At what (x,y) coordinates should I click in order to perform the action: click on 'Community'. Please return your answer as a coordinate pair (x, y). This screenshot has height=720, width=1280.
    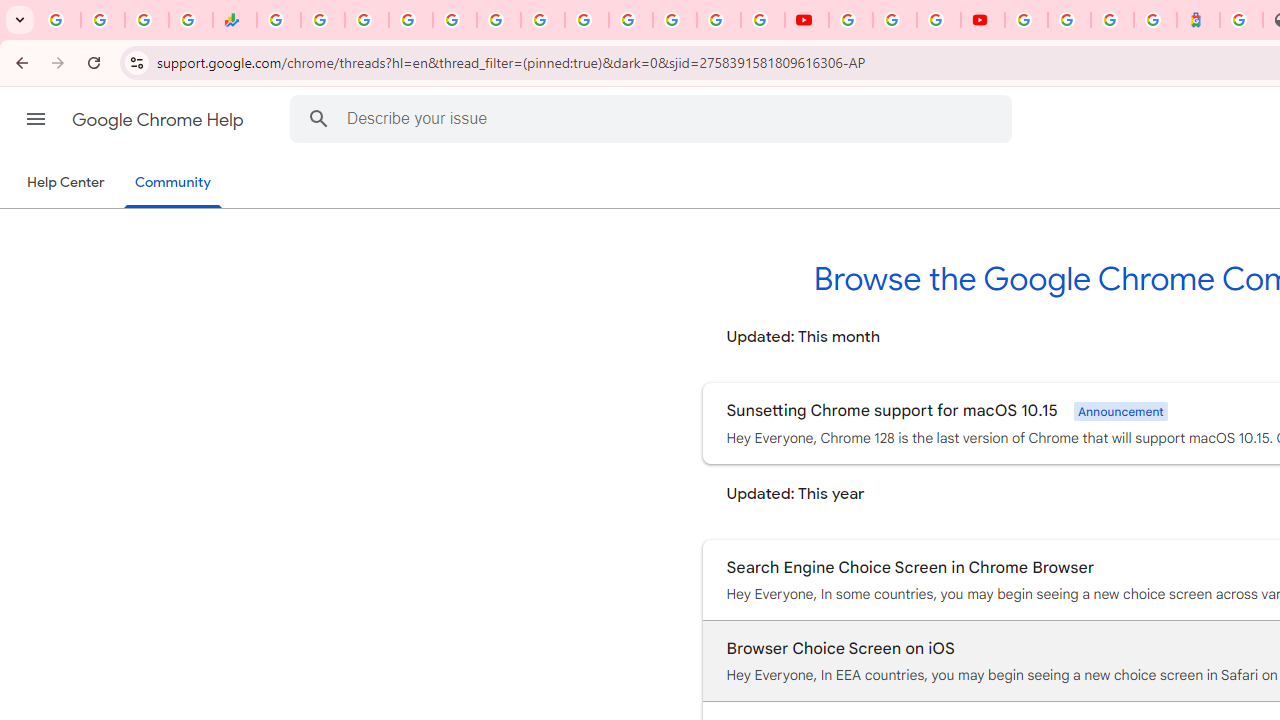
    Looking at the image, I should click on (172, 183).